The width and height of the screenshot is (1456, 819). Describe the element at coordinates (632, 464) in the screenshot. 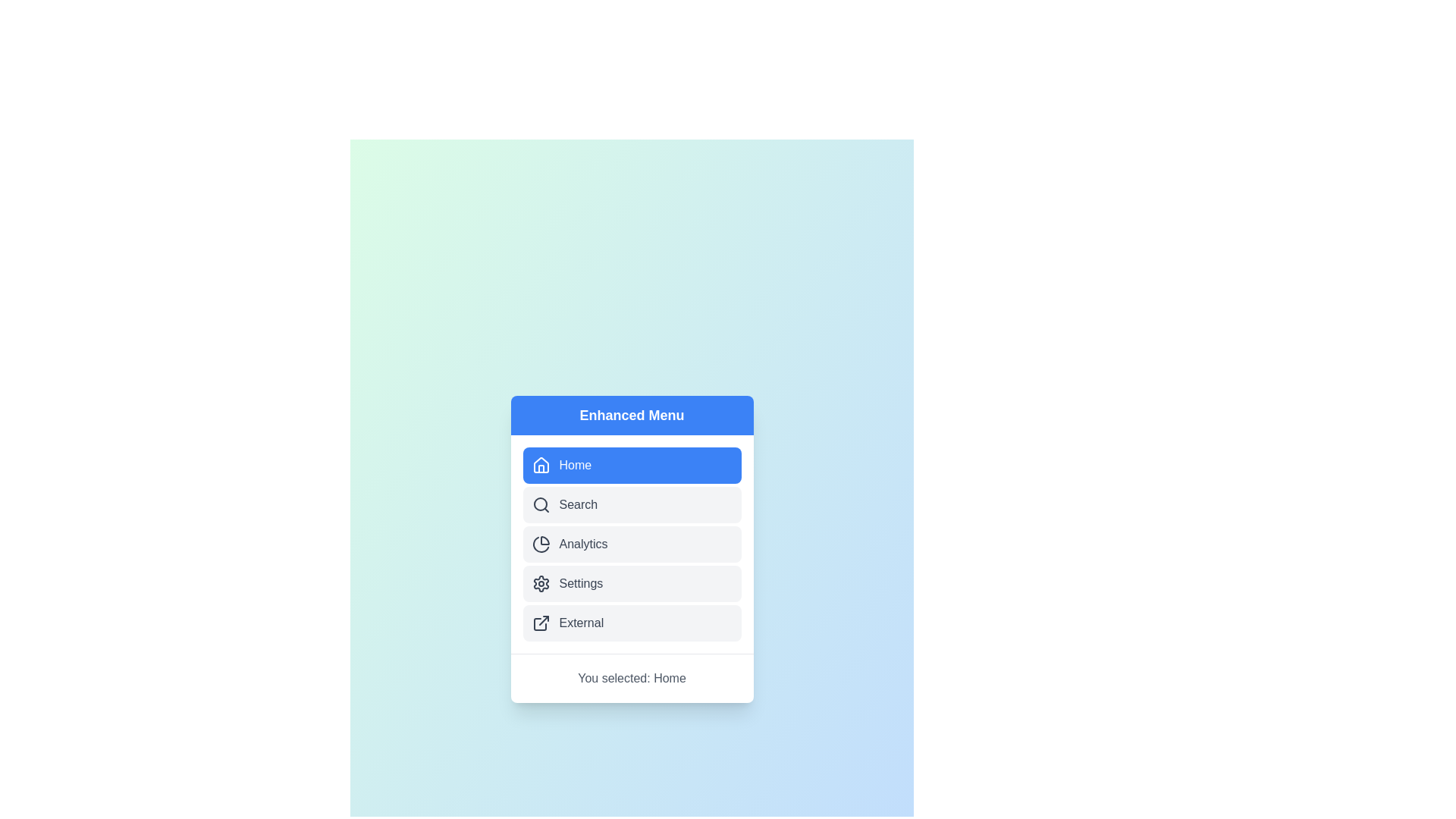

I see `the menu item Home by clicking on its corresponding button` at that location.